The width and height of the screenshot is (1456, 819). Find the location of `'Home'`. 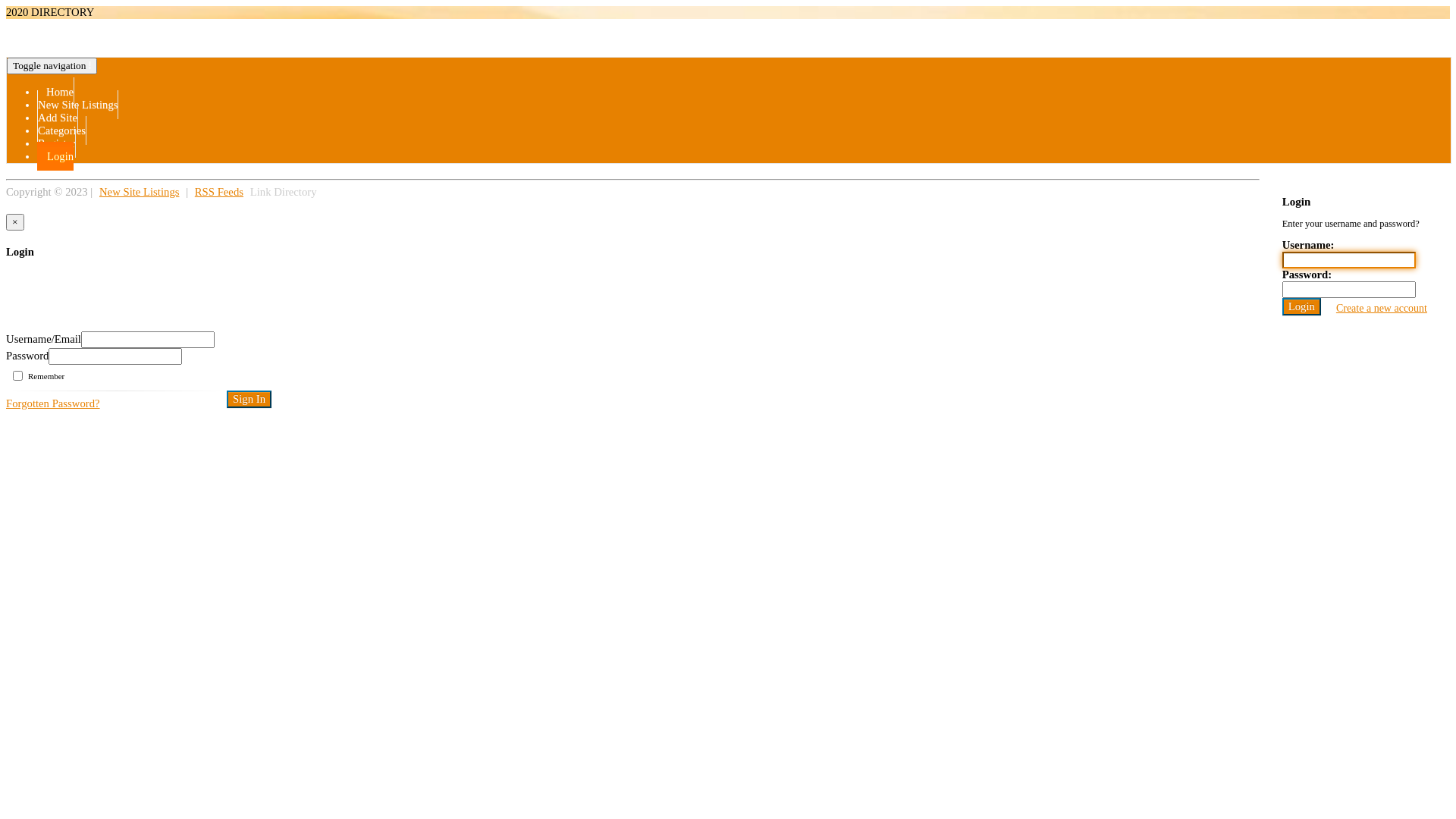

'Home' is located at coordinates (55, 91).